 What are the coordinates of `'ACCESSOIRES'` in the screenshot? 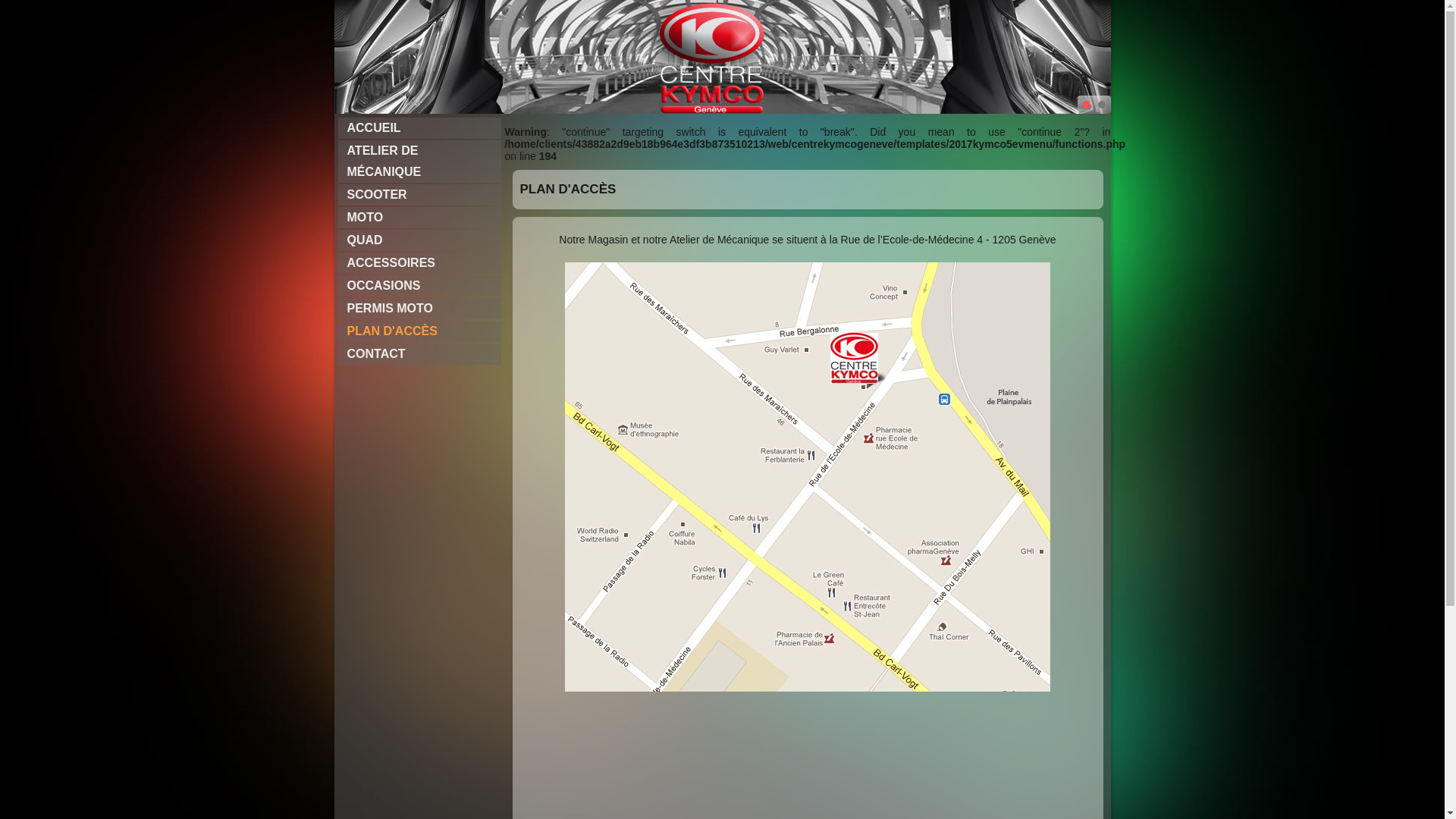 It's located at (419, 262).